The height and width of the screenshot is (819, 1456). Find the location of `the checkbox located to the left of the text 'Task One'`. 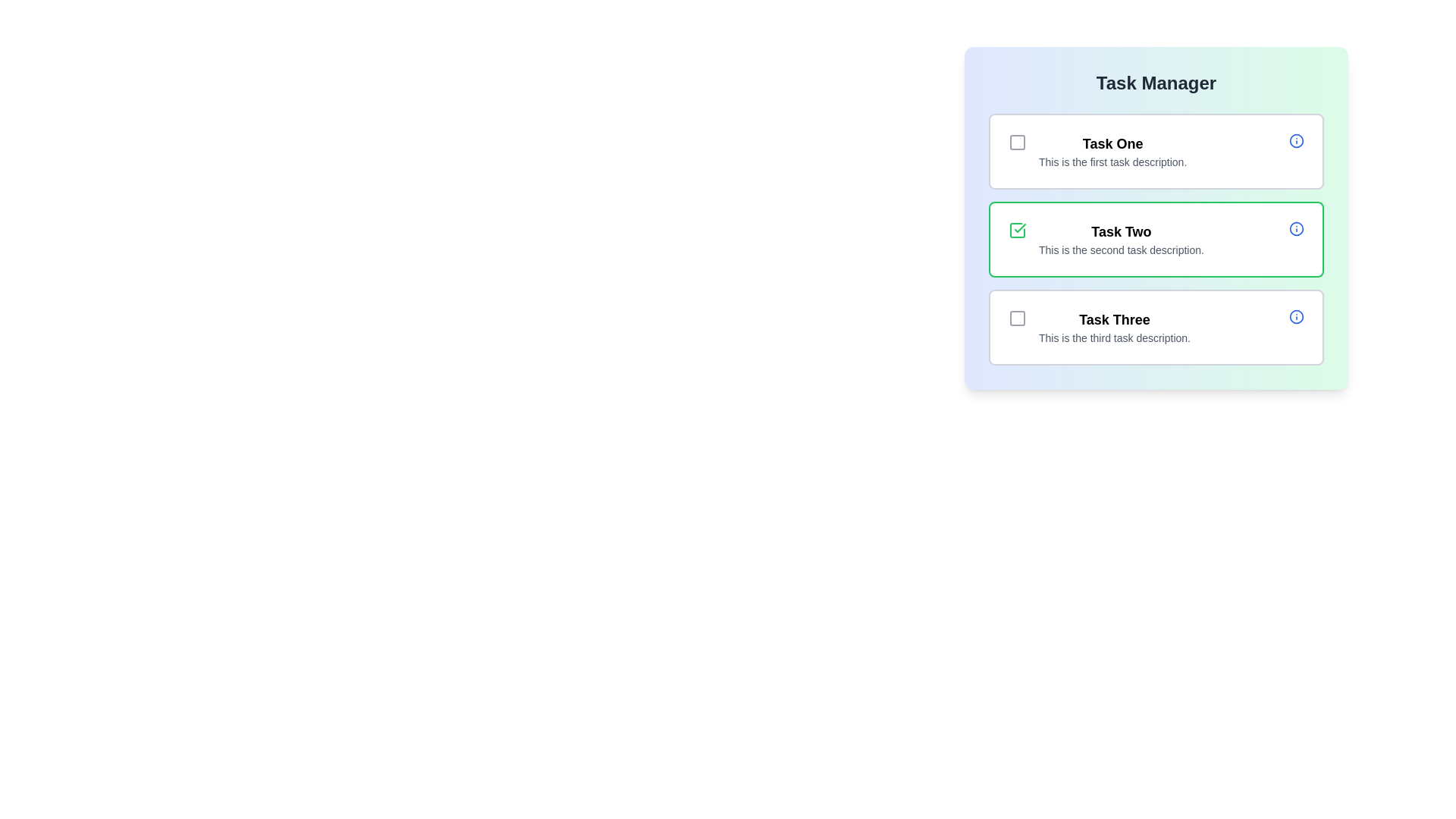

the checkbox located to the left of the text 'Task One' is located at coordinates (1018, 143).